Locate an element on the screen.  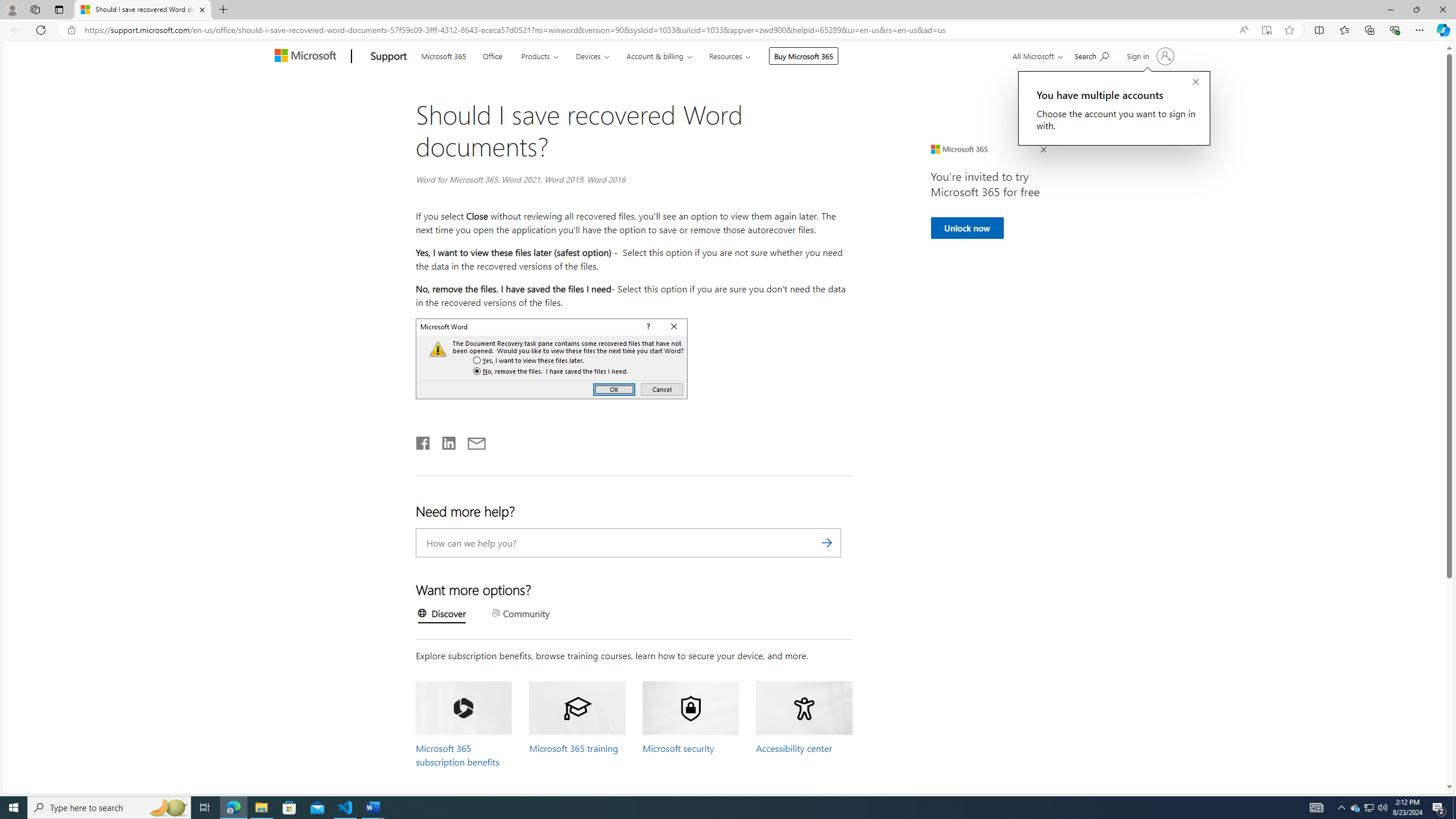
'Restore' is located at coordinates (1416, 9).